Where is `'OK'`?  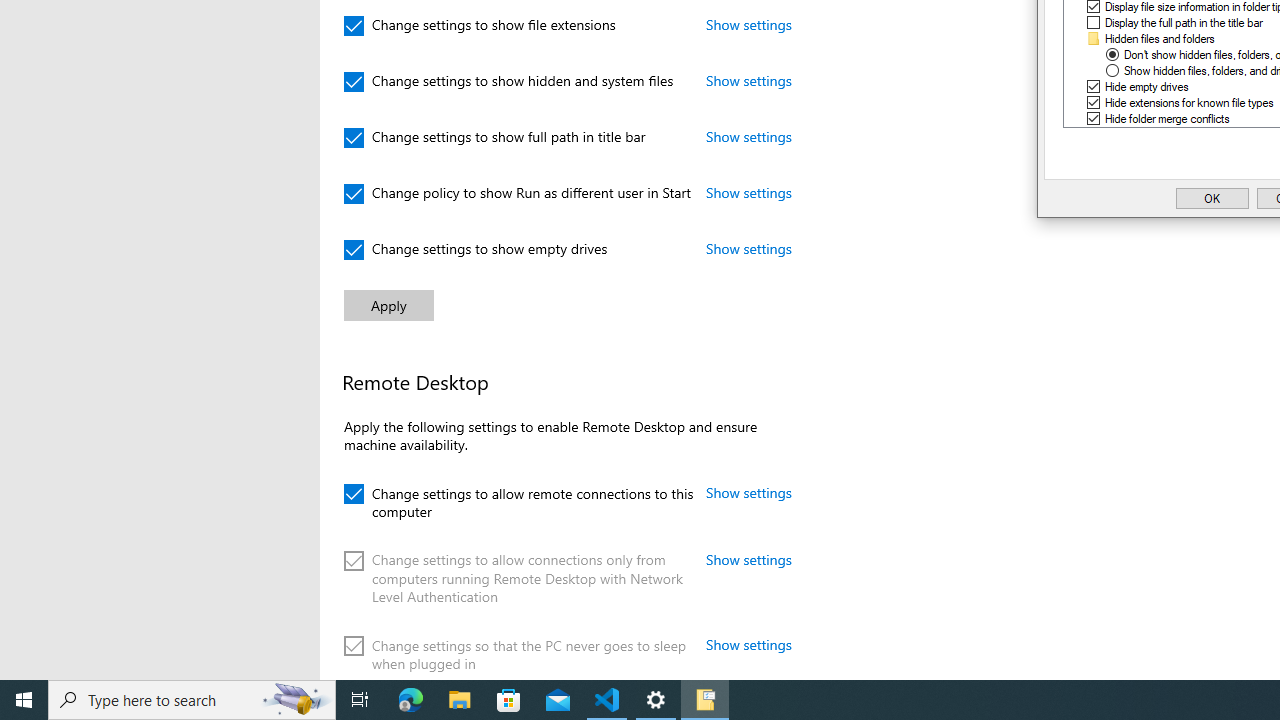 'OK' is located at coordinates (1211, 198).